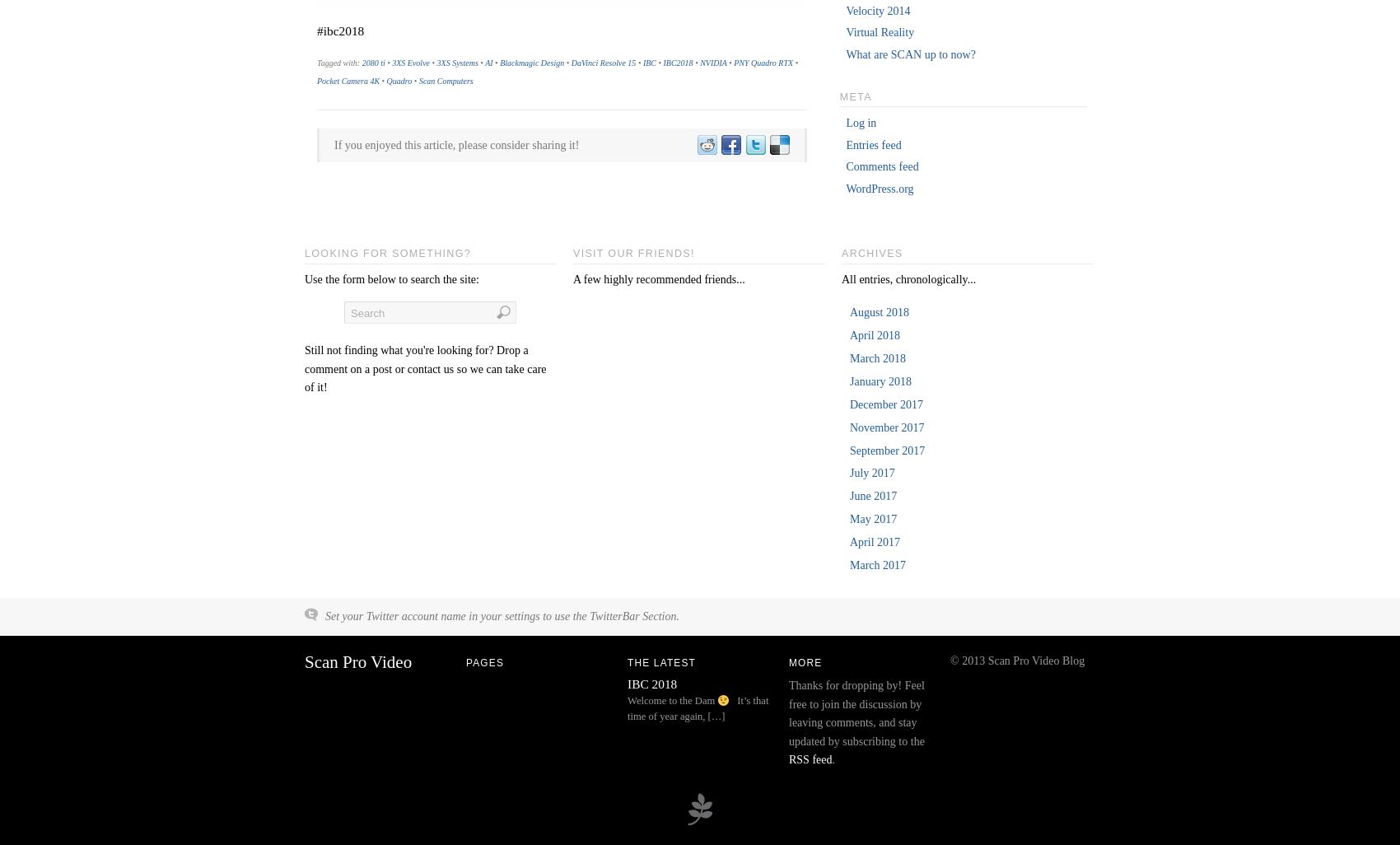 The height and width of the screenshot is (845, 1400). Describe the element at coordinates (870, 472) in the screenshot. I see `'July 2017'` at that location.